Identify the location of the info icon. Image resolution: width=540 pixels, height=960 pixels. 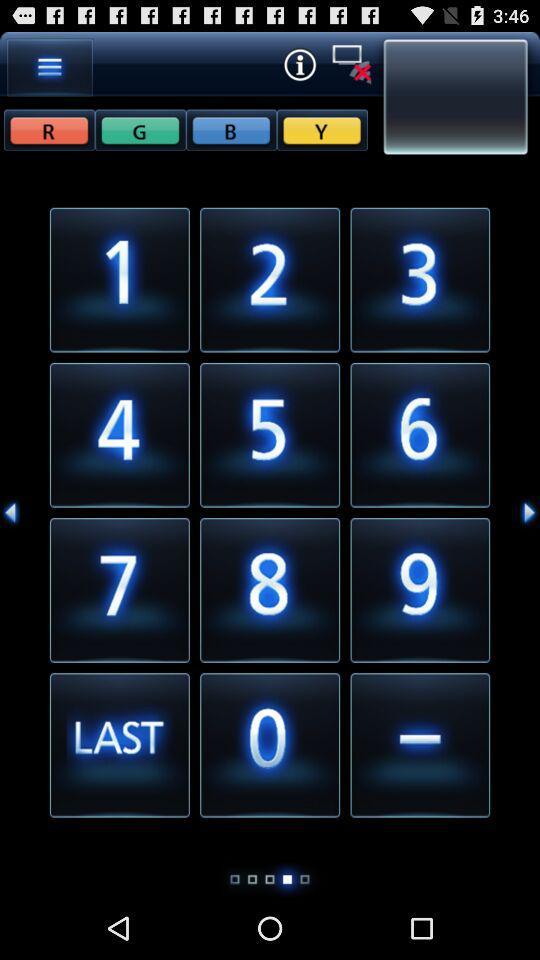
(298, 68).